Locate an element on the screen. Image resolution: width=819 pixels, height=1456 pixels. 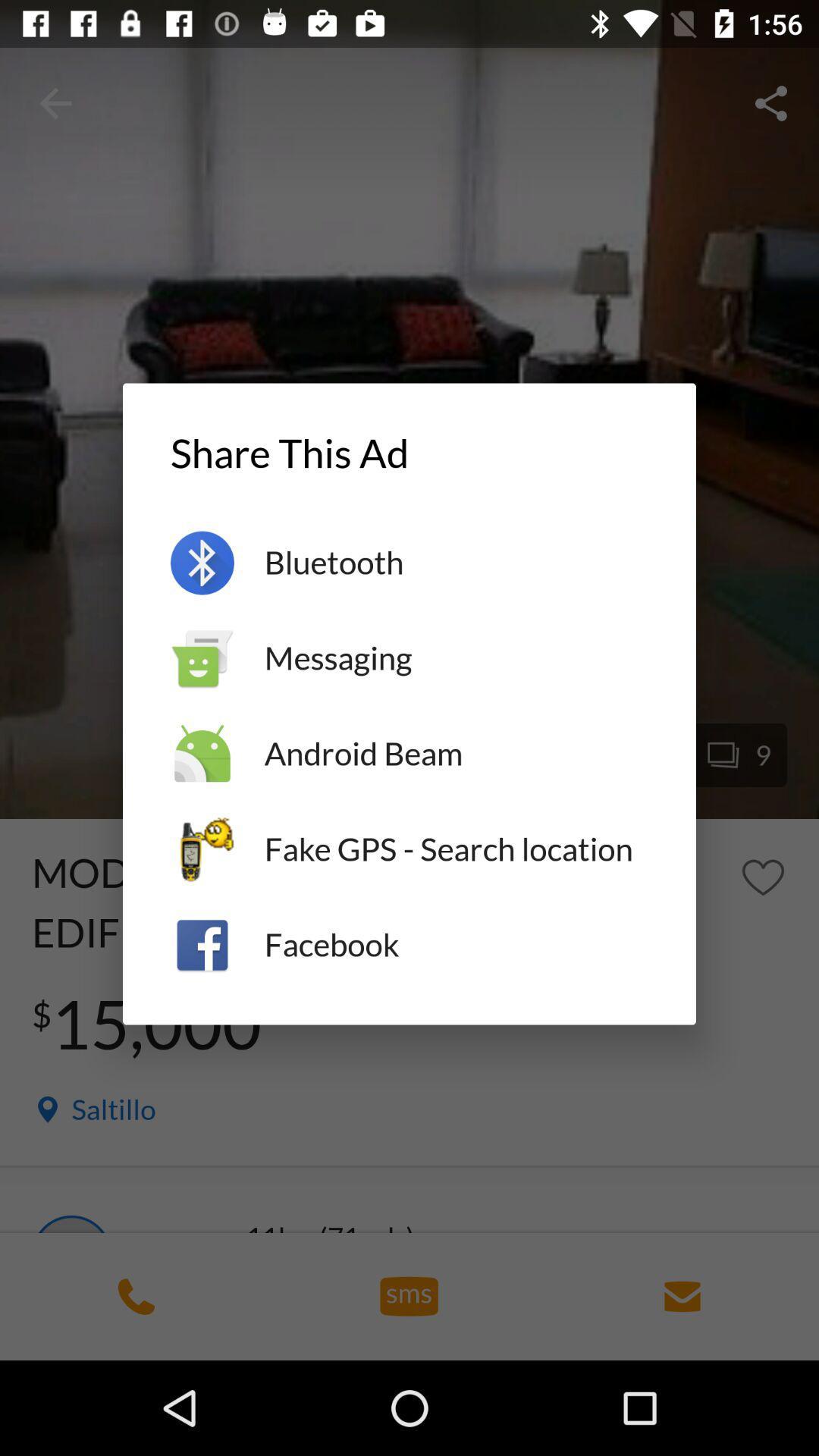
messaging item is located at coordinates (455, 658).